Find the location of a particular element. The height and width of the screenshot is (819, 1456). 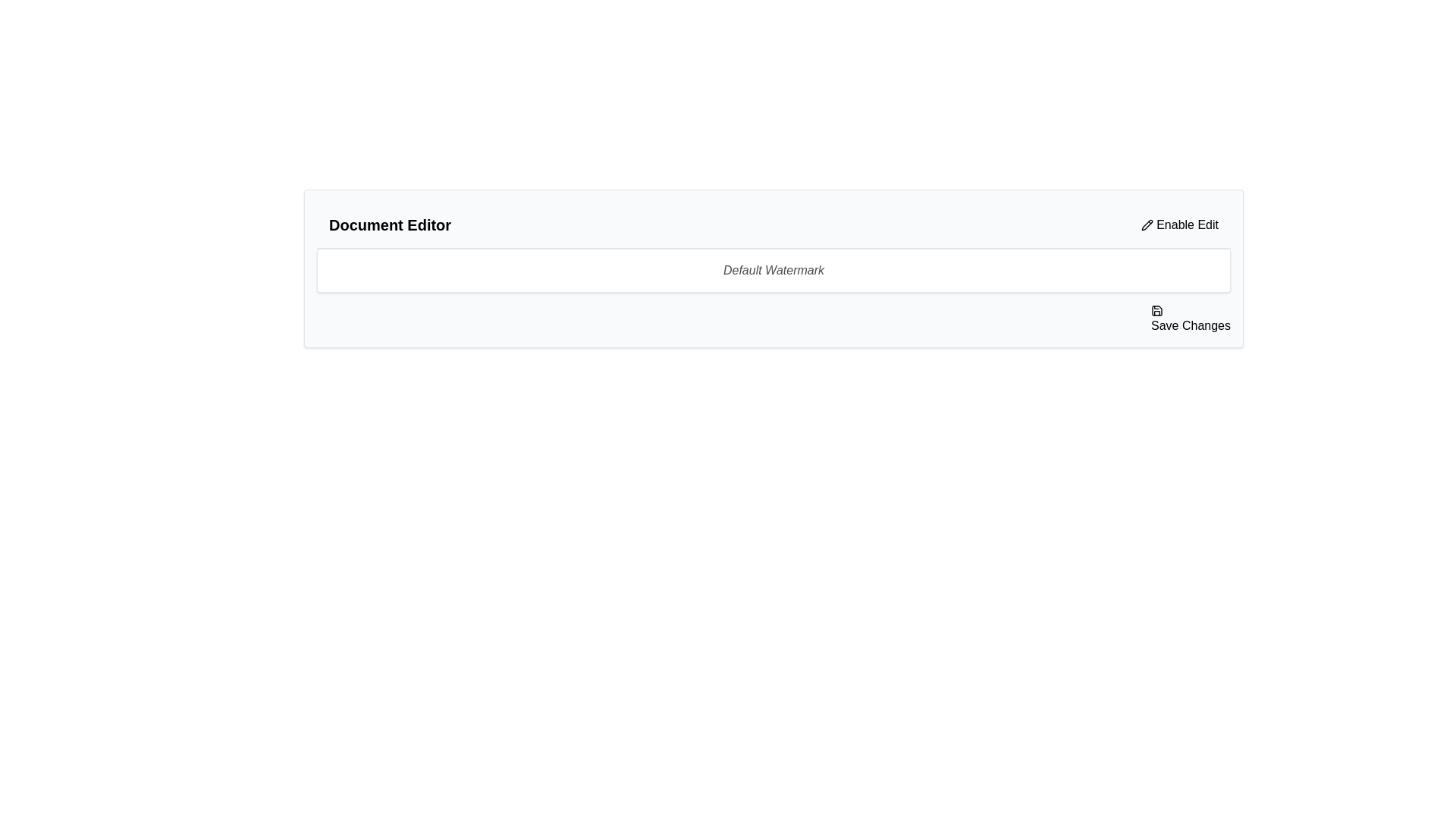

the save button which consists of a floppy disk icon and the text 'Save Changes' located at the bottom right of the Document Editor section is located at coordinates (1156, 309).